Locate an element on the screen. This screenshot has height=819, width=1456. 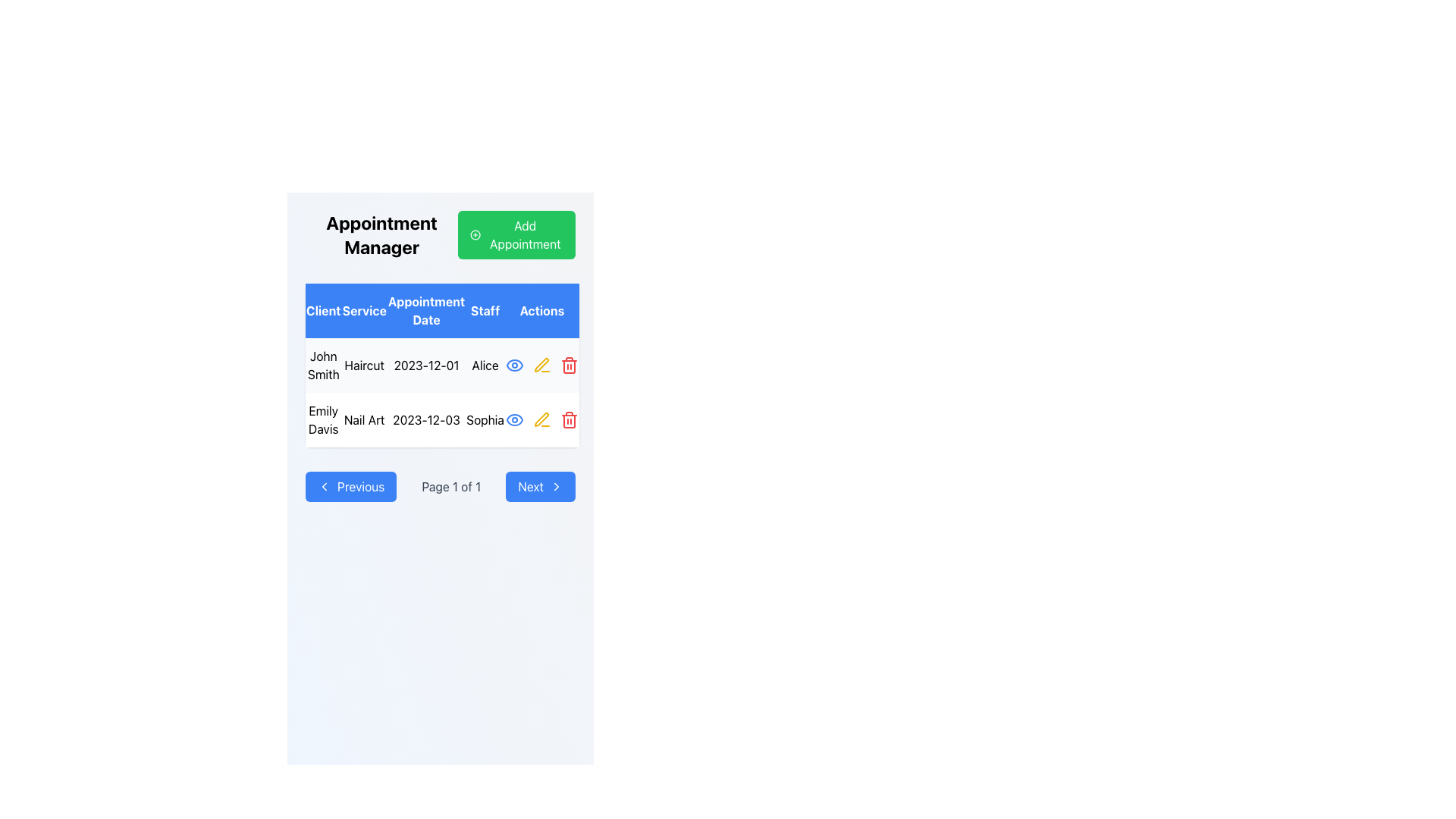
the edit button in the action section of the row containing 'Emily Davis' and 'Nail Art', which is the middle button of three icons is located at coordinates (541, 420).